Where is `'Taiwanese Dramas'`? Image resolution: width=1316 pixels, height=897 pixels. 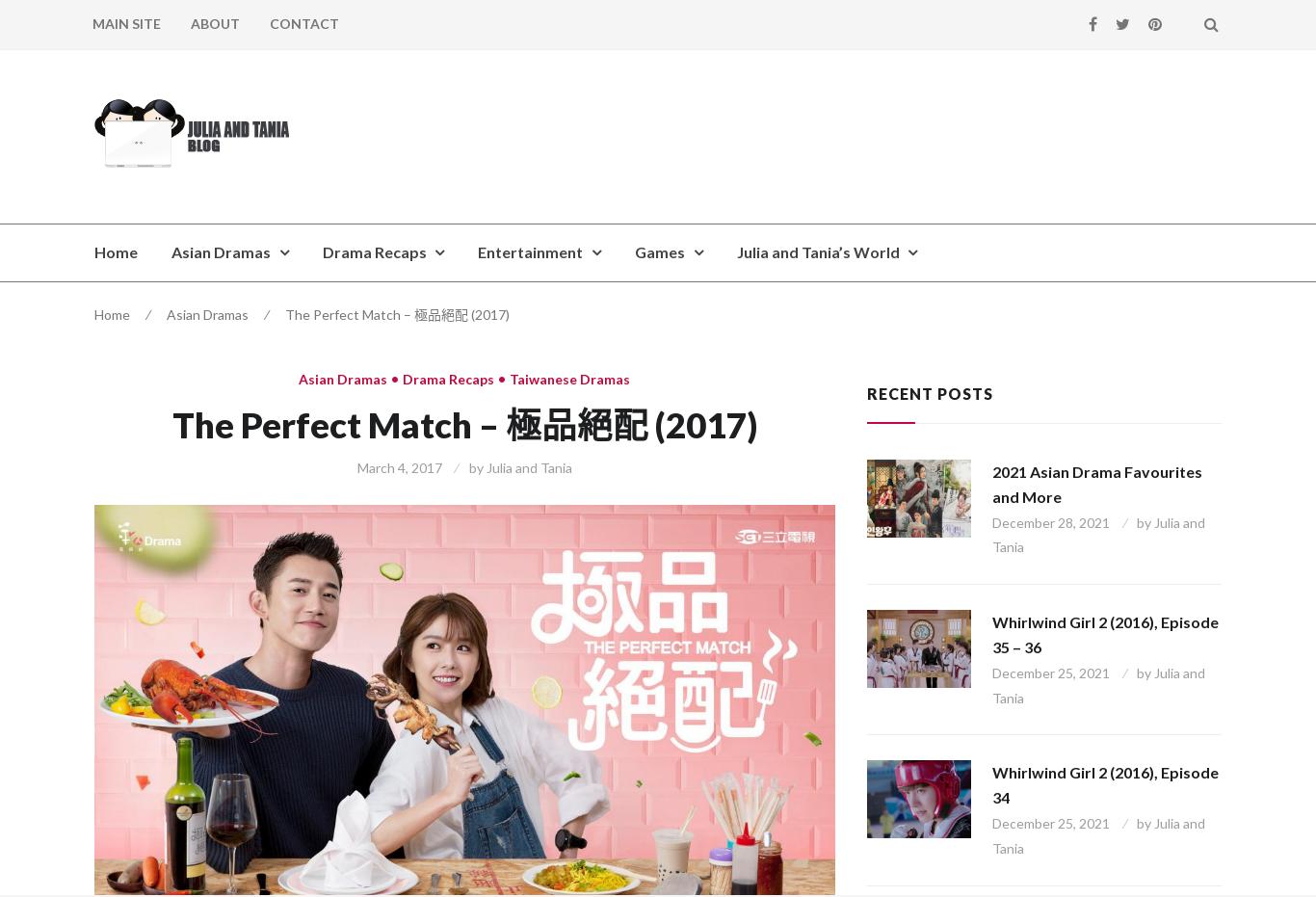 'Taiwanese Dramas' is located at coordinates (568, 379).